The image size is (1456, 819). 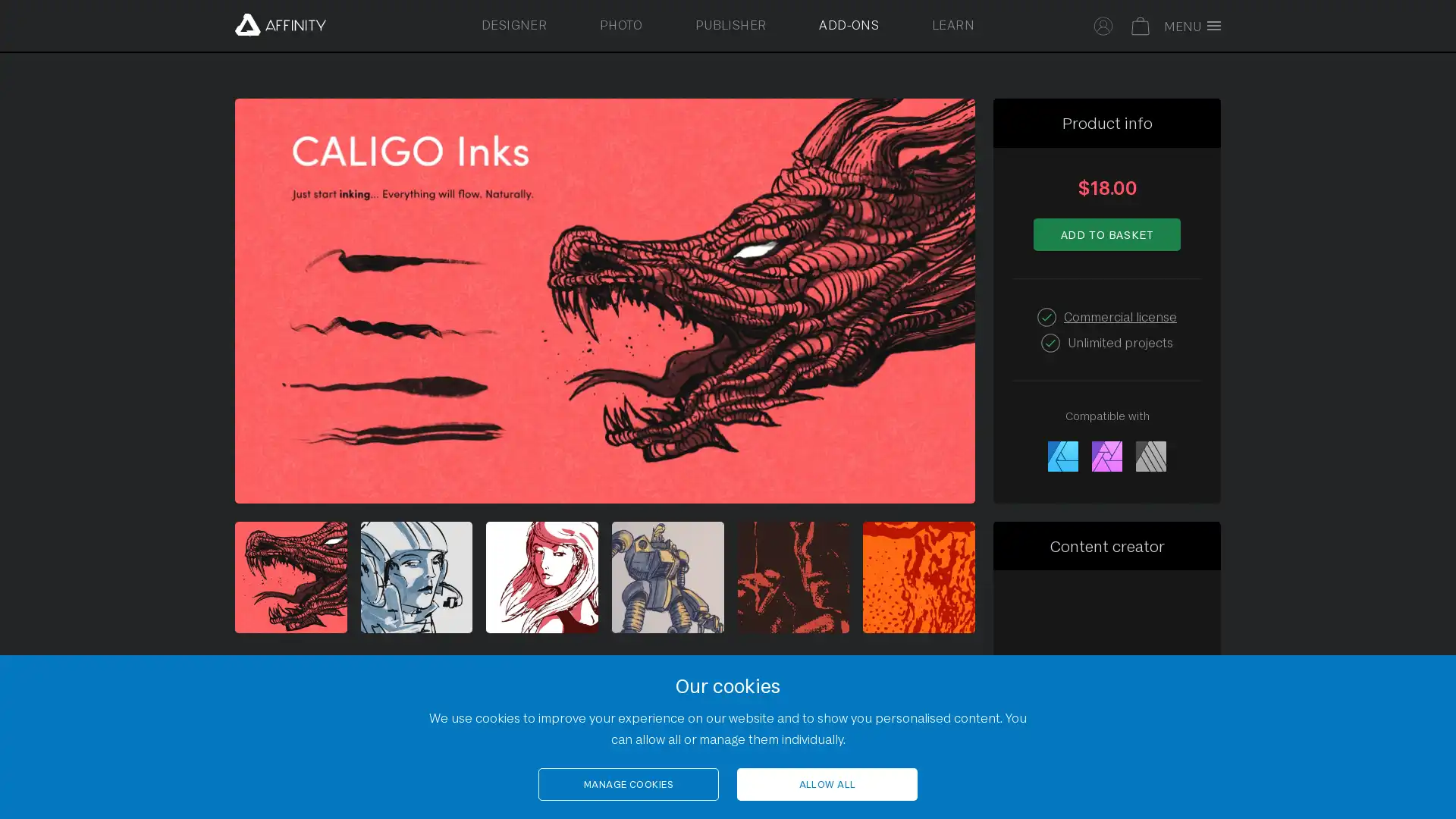 I want to click on Gallery of DAUB Caligo sample images. Select to view image 1., so click(x=290, y=576).